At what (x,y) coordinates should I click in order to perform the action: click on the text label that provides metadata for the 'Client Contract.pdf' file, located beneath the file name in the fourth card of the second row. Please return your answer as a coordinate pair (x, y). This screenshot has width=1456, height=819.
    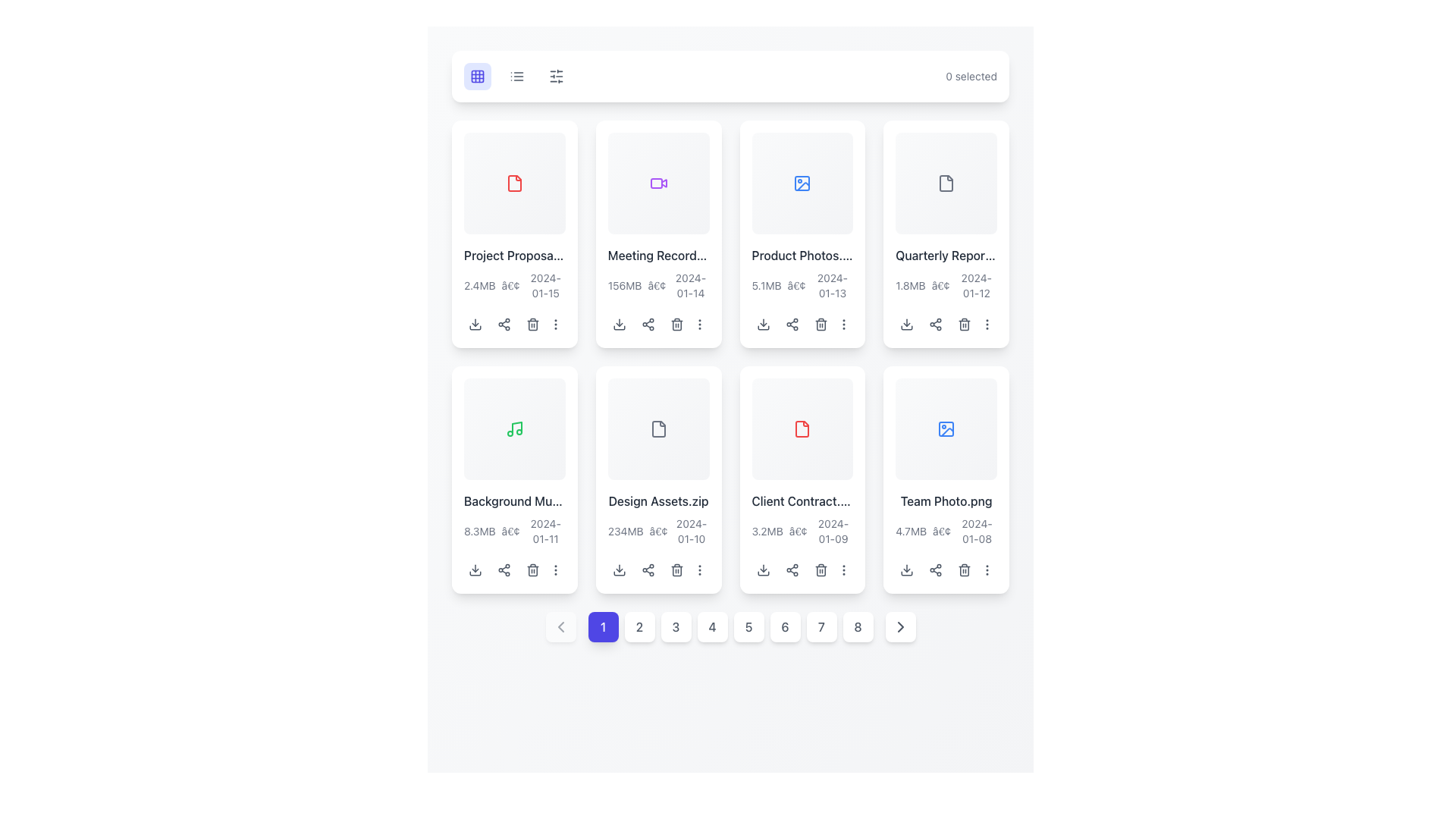
    Looking at the image, I should click on (802, 530).